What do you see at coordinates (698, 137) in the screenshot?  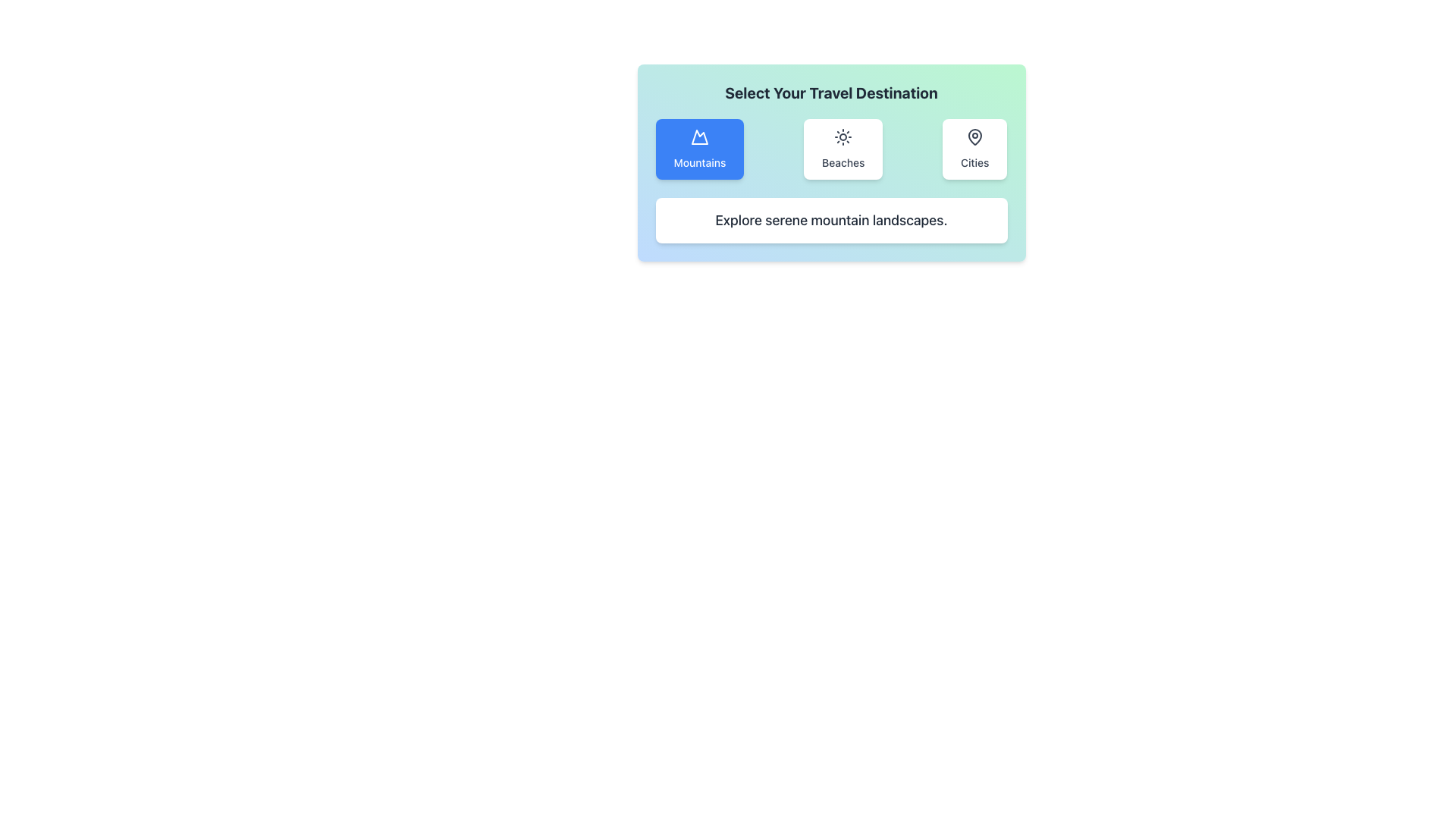 I see `SVG Icon associated with the 'Mountains' button, which is the first option in a row of destination choices` at bounding box center [698, 137].